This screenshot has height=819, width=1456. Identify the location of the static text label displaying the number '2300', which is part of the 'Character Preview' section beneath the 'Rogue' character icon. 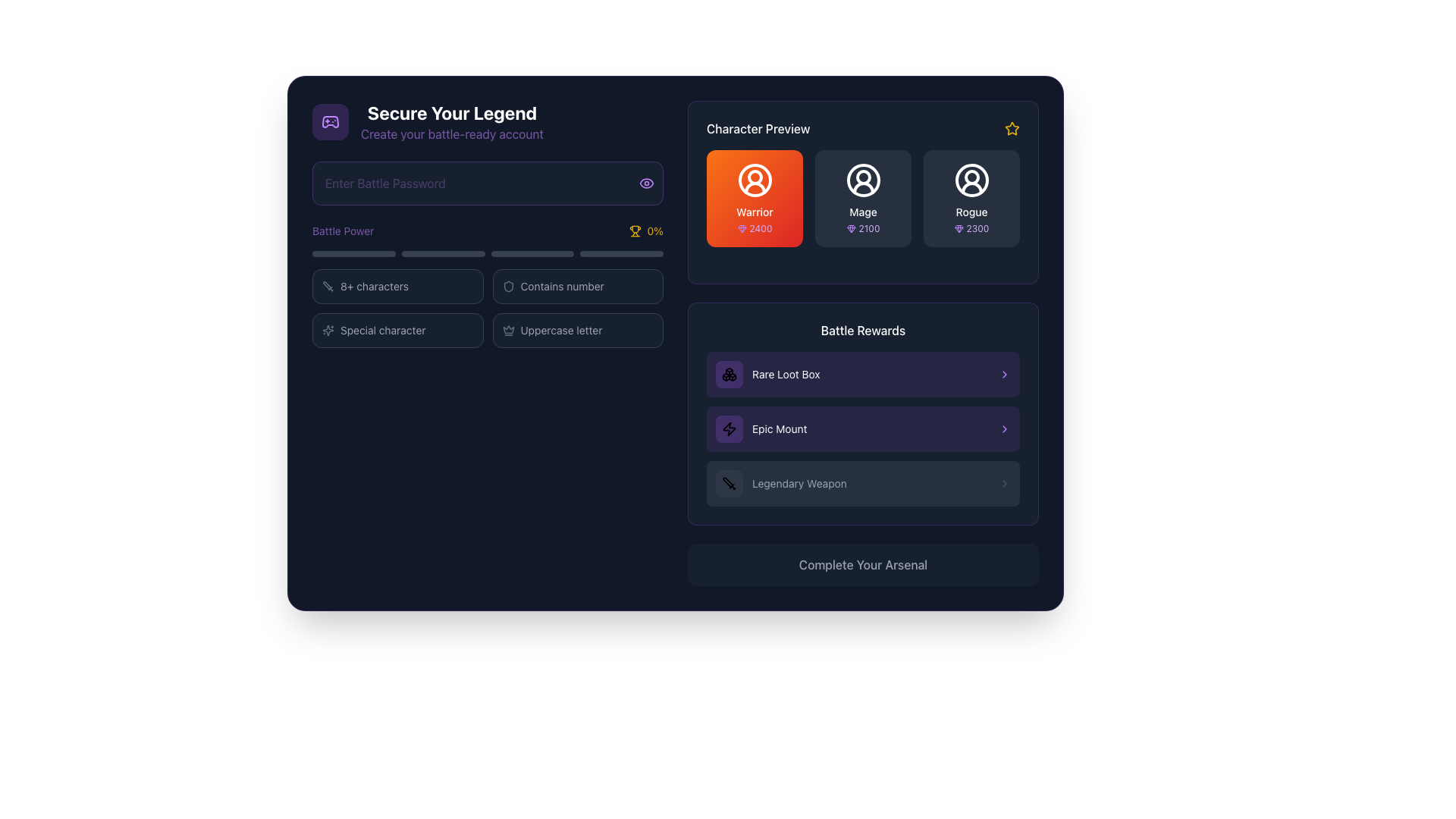
(977, 228).